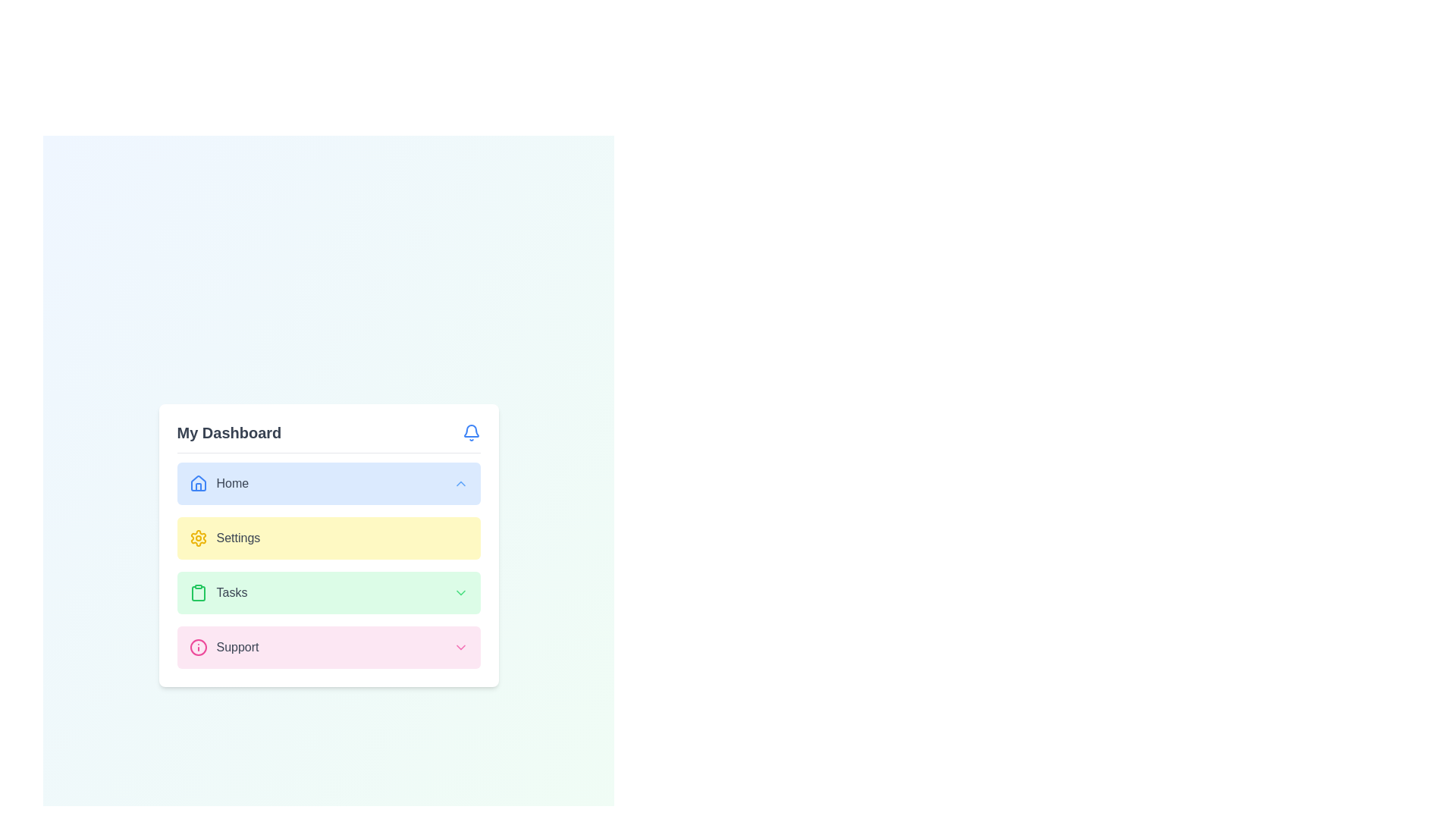 The height and width of the screenshot is (819, 1456). Describe the element at coordinates (328, 591) in the screenshot. I see `the 'Tasks' interactive menu item` at that location.